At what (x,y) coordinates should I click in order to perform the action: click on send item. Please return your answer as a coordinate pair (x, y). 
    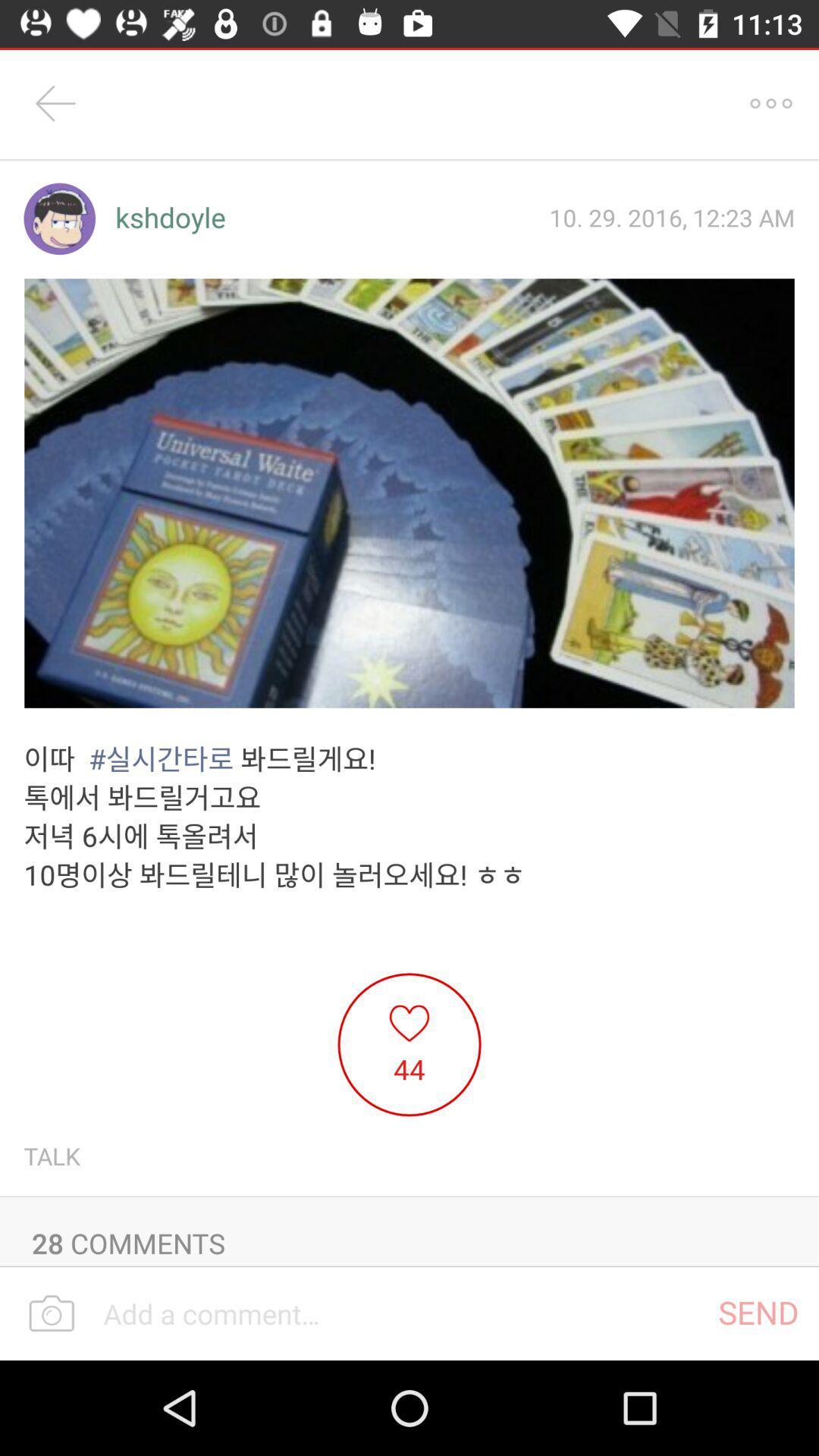
    Looking at the image, I should click on (758, 1311).